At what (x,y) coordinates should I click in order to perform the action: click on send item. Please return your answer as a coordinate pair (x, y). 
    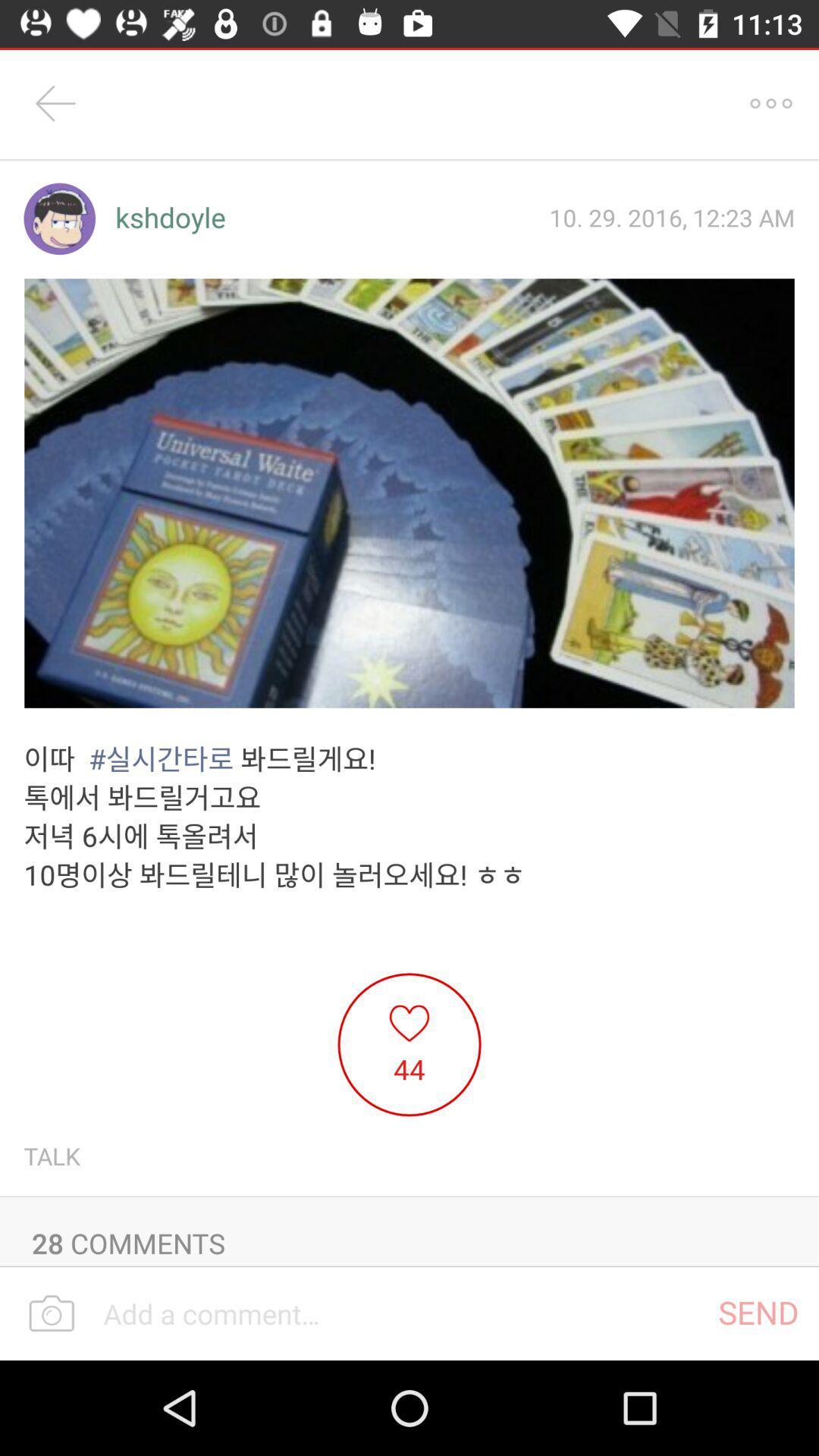
    Looking at the image, I should click on (758, 1311).